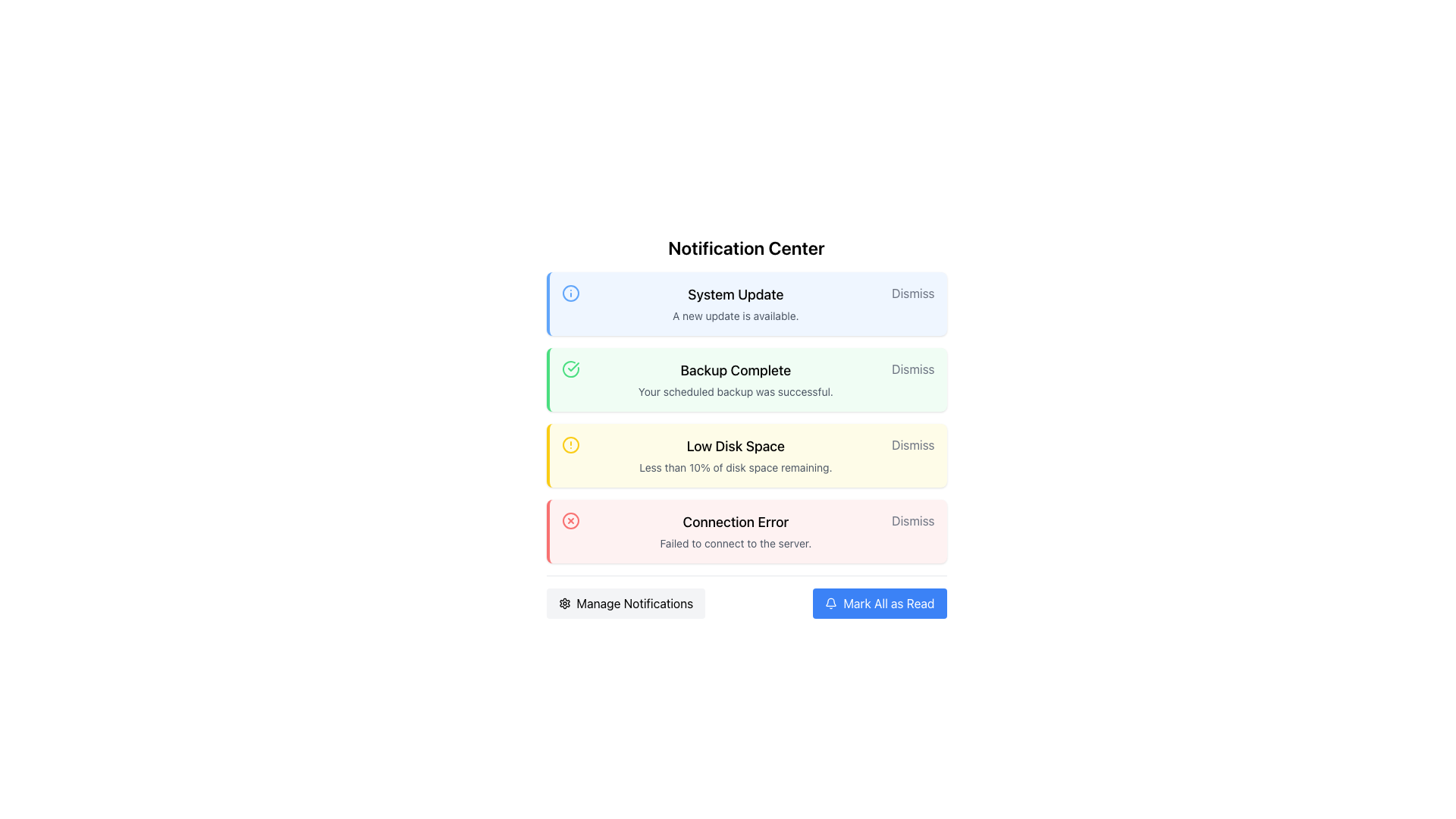 The height and width of the screenshot is (819, 1456). Describe the element at coordinates (880, 602) in the screenshot. I see `the bright blue 'Mark All as Read' button located at the bottom-right of the notification panel` at that location.